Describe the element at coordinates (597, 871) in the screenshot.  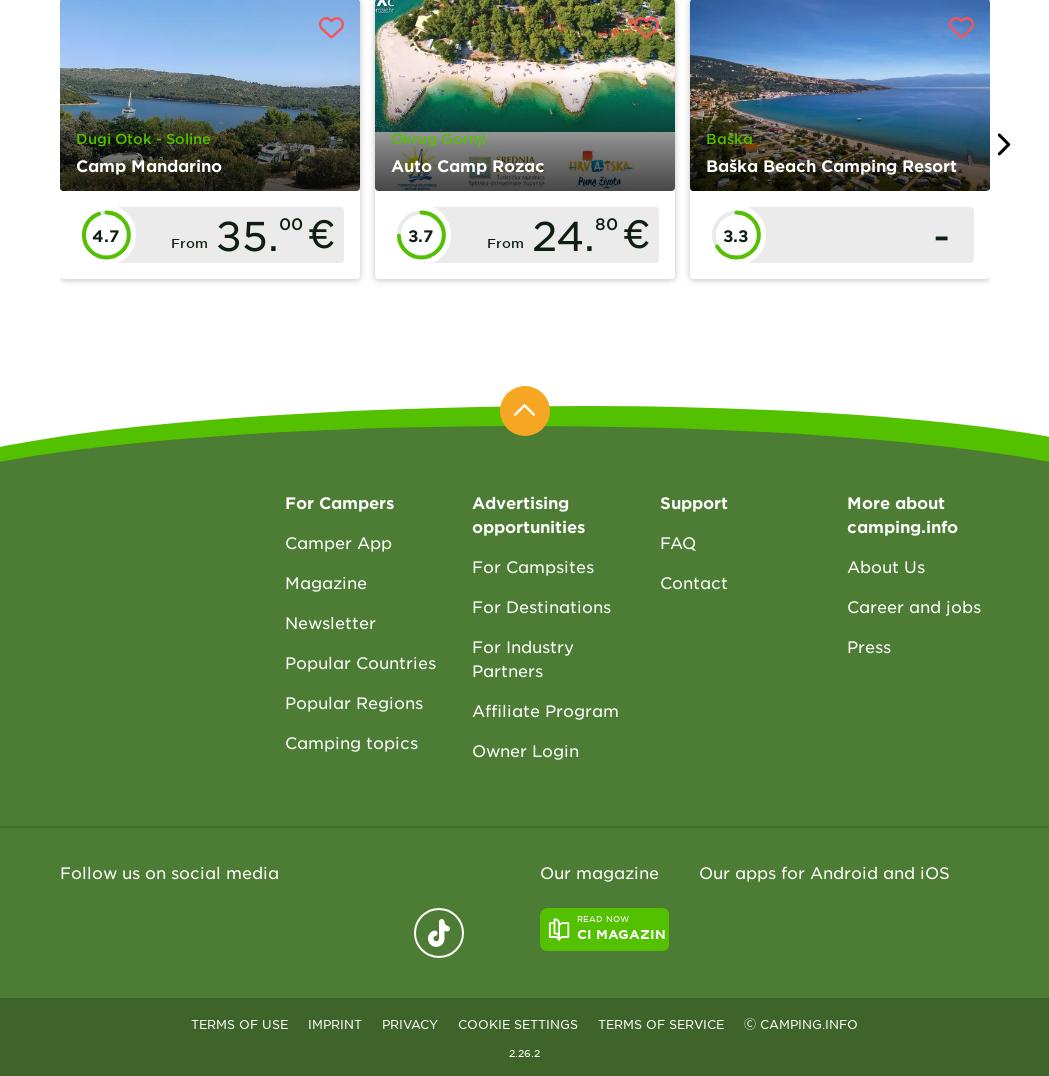
I see `'Our magazine'` at that location.